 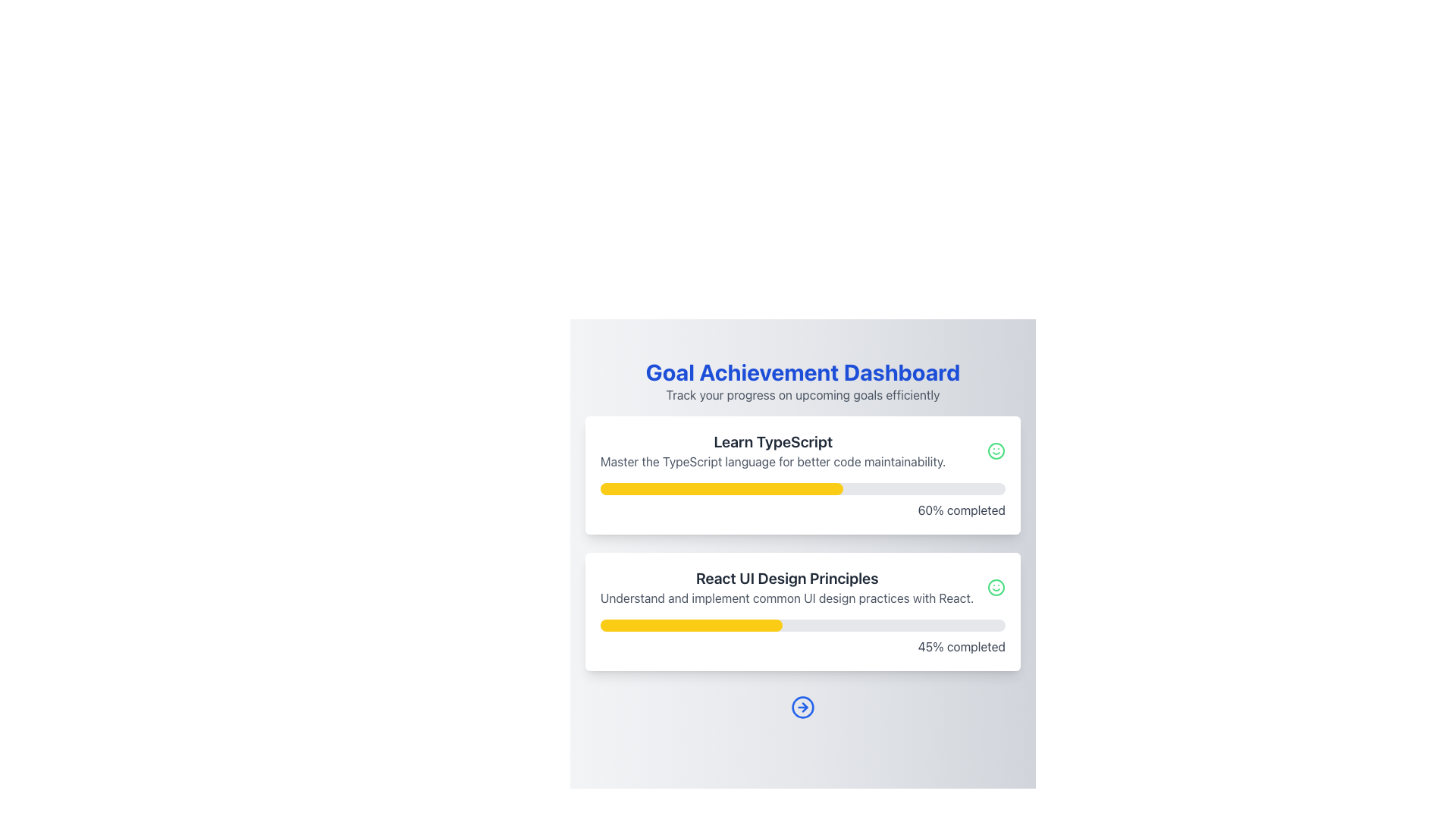 What do you see at coordinates (802, 450) in the screenshot?
I see `text of the Text block containing 'Learn TypeScript' and 'Master the TypeScript language for better code maintainability.' located in the first card under 'Goal Achievement Dashboard'` at bounding box center [802, 450].